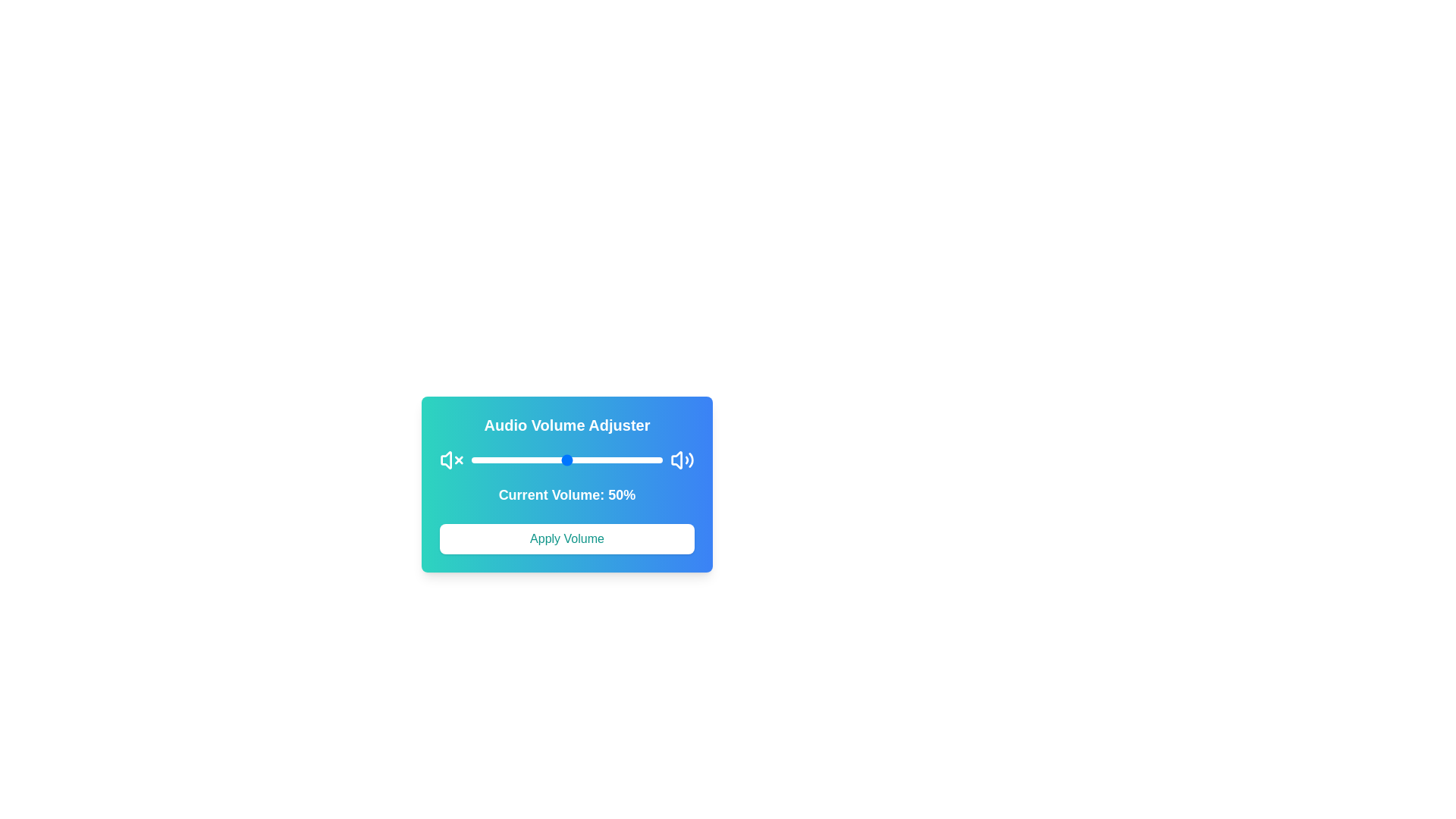 Image resolution: width=1456 pixels, height=819 pixels. What do you see at coordinates (560, 459) in the screenshot?
I see `the volume to 47% by dragging the slider` at bounding box center [560, 459].